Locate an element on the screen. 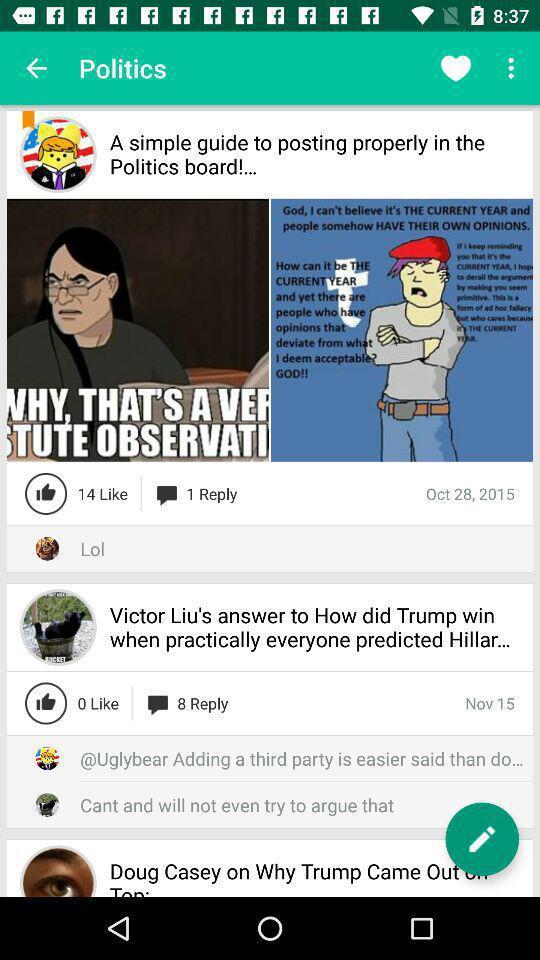 Image resolution: width=540 pixels, height=960 pixels. like this post is located at coordinates (46, 703).